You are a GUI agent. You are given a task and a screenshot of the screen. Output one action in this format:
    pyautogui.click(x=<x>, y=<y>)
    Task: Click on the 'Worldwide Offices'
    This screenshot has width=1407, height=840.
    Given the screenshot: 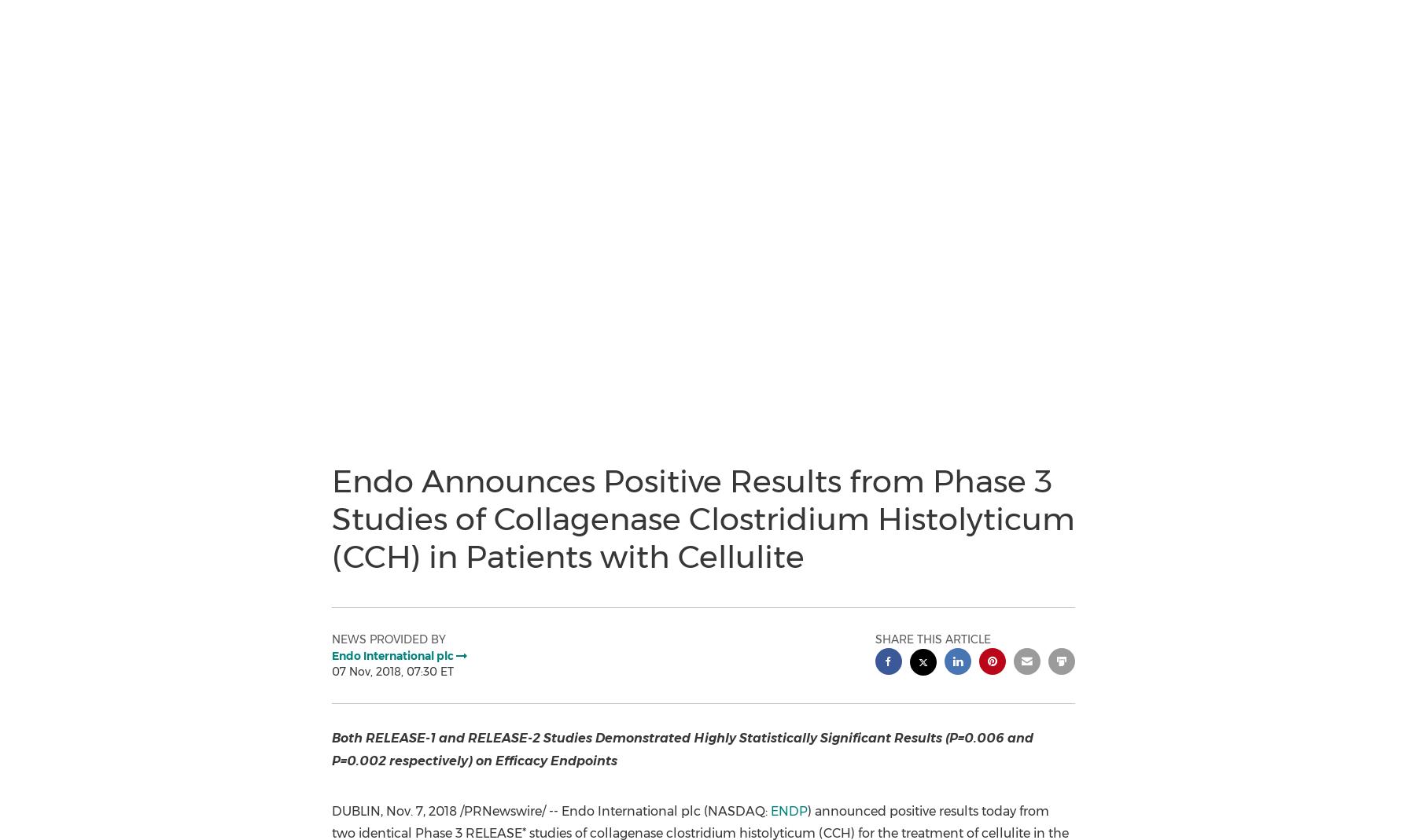 What is the action you would take?
    pyautogui.click(x=81, y=300)
    